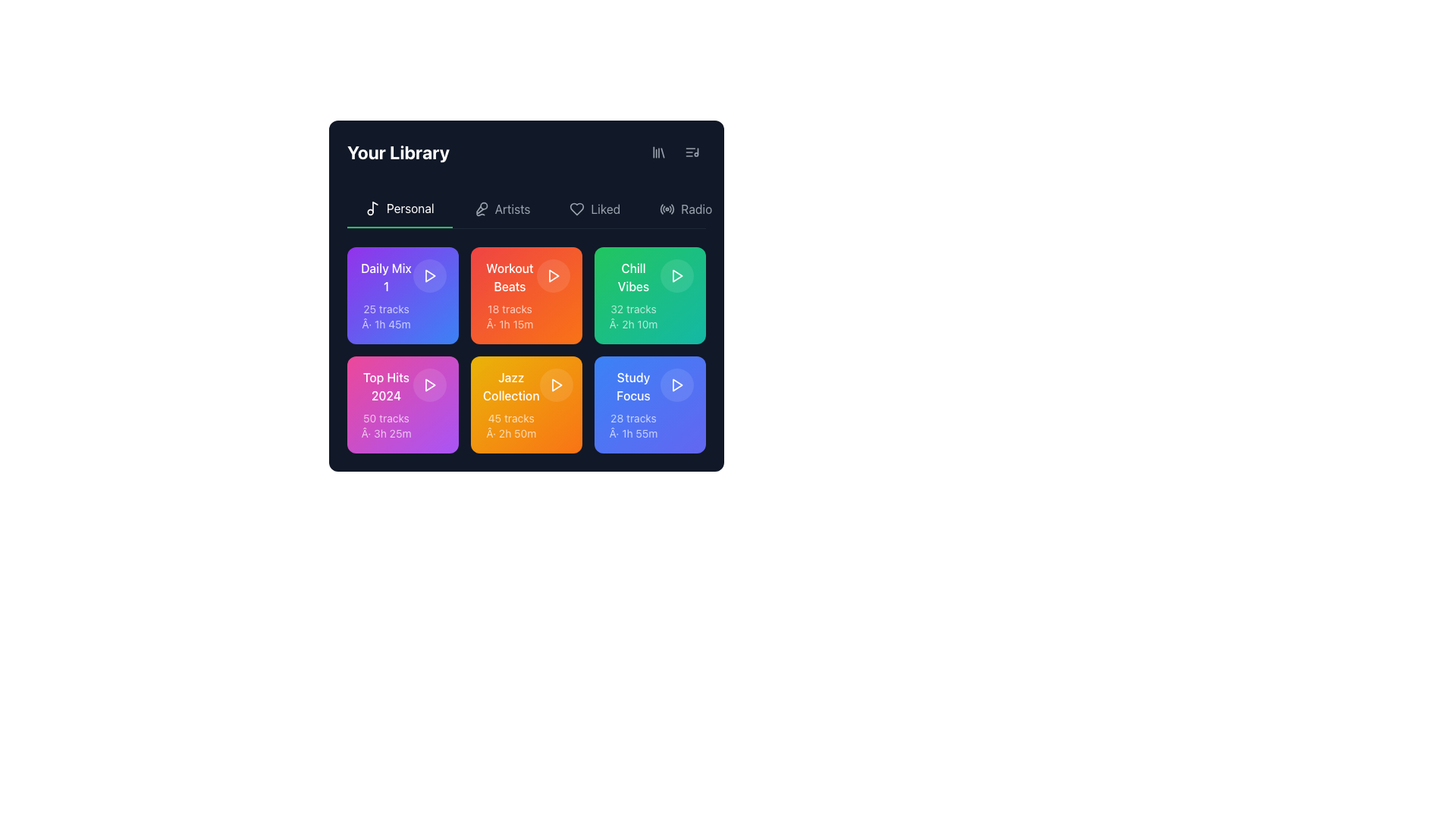 The image size is (1456, 819). What do you see at coordinates (555, 384) in the screenshot?
I see `the play button in the 'Jazz Collection' card` at bounding box center [555, 384].